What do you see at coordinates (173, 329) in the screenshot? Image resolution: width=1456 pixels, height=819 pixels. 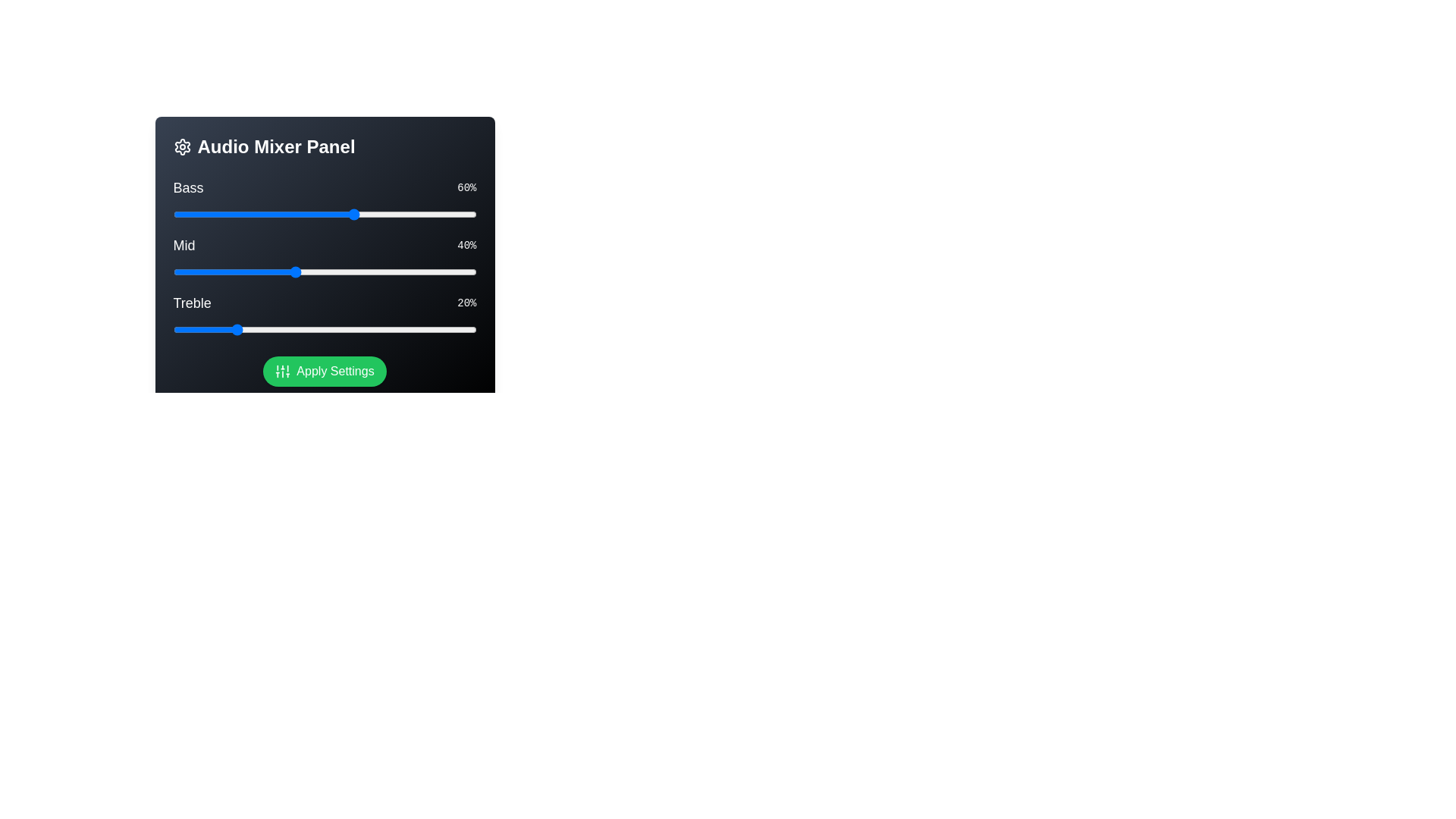 I see `the Treble slider to 0%` at bounding box center [173, 329].